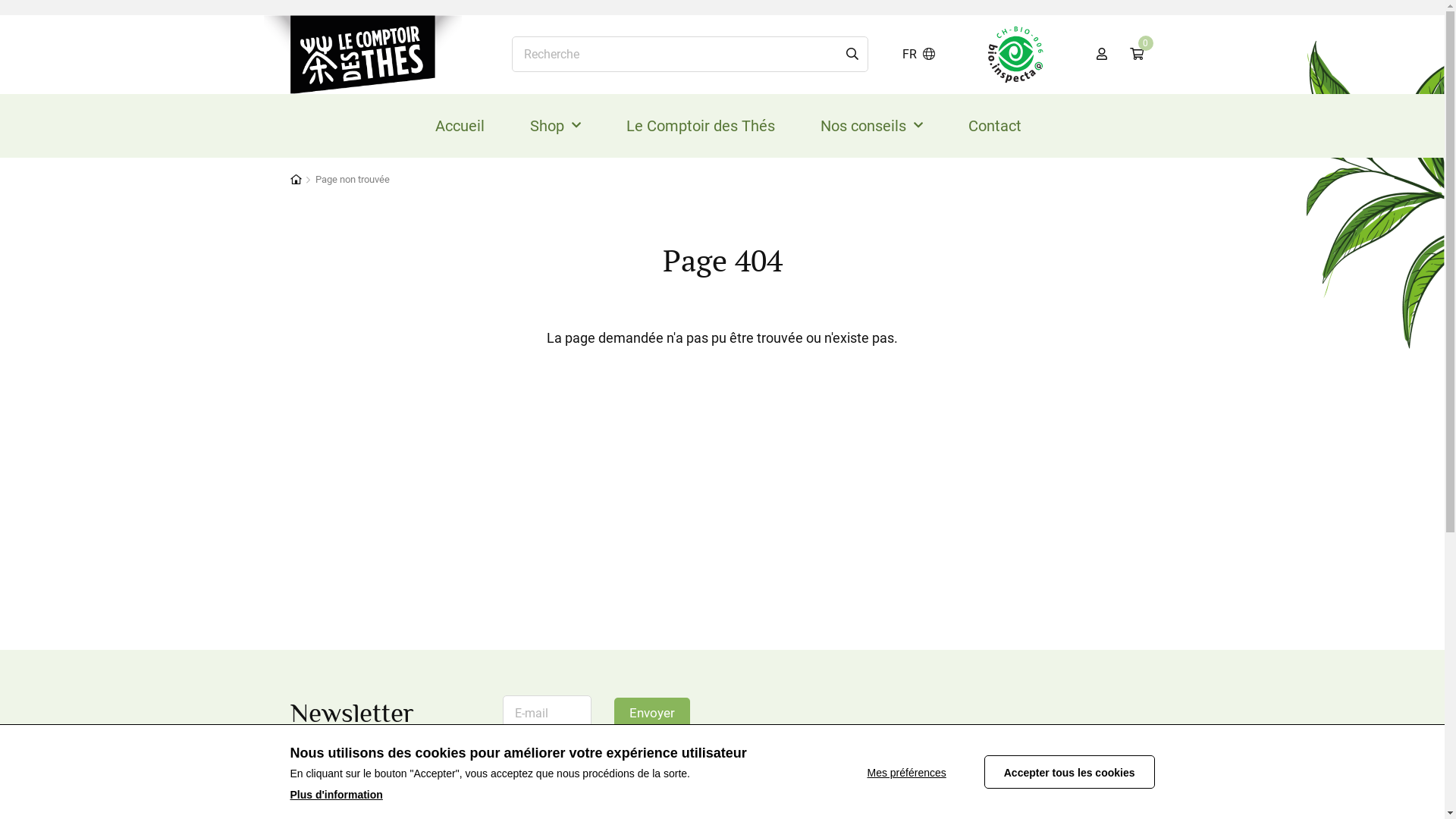 Image resolution: width=1456 pixels, height=819 pixels. What do you see at coordinates (554, 124) in the screenshot?
I see `'Shop'` at bounding box center [554, 124].